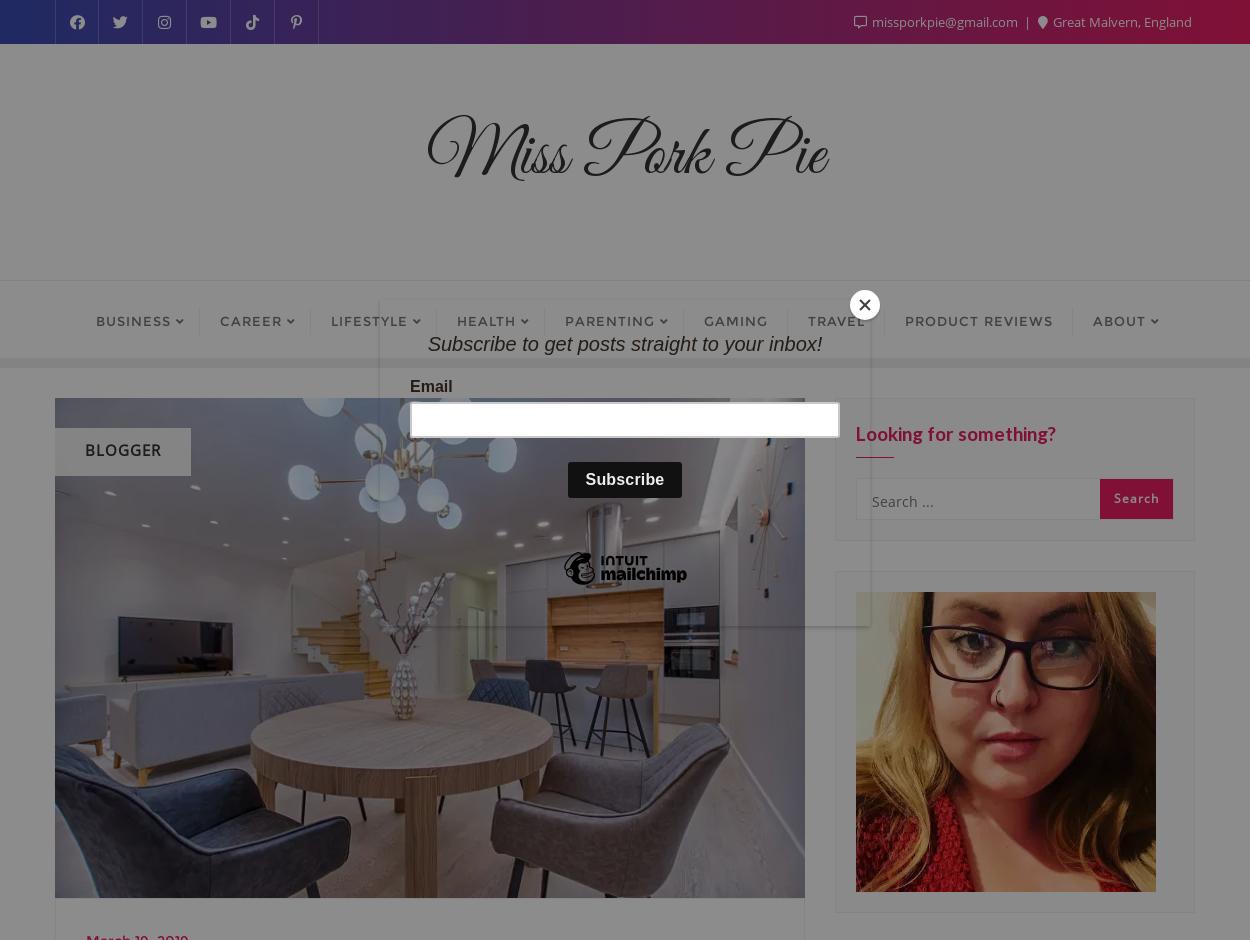 Image resolution: width=1250 pixels, height=940 pixels. Describe the element at coordinates (1050, 21) in the screenshot. I see `'Great Malvern, England'` at that location.